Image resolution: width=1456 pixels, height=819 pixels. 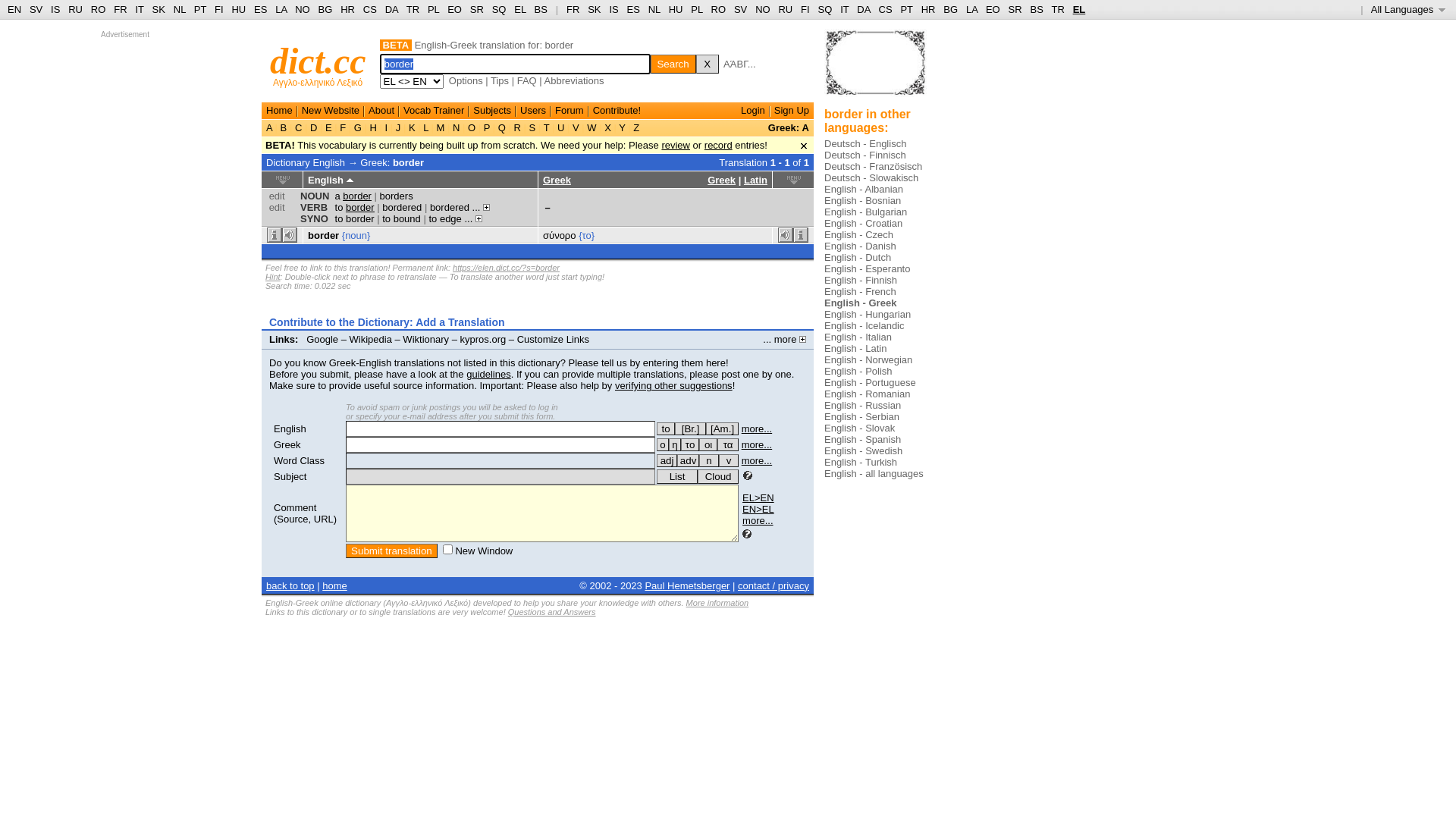 What do you see at coordinates (870, 381) in the screenshot?
I see `'English - Portuguese'` at bounding box center [870, 381].